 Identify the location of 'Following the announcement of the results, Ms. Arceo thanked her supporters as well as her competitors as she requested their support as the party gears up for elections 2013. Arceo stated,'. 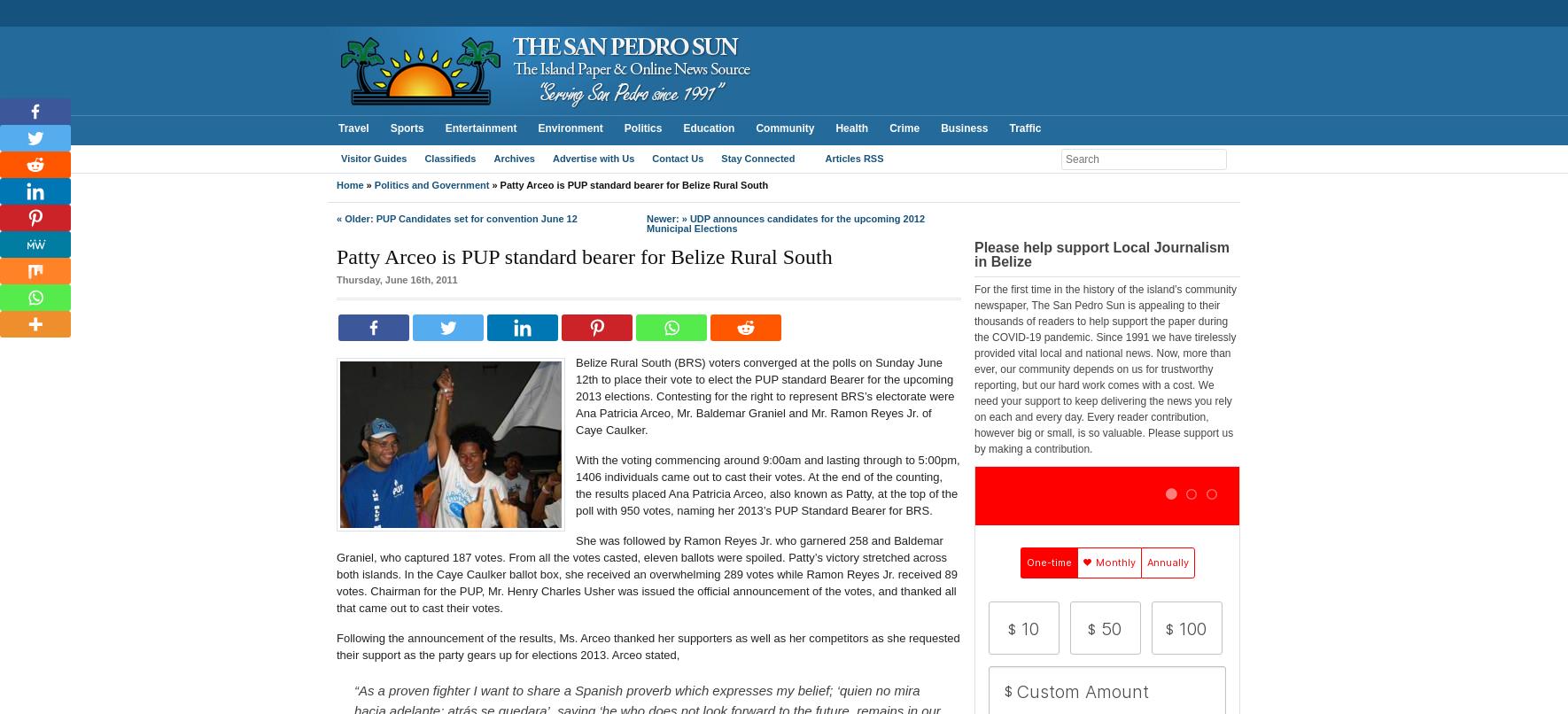
(647, 646).